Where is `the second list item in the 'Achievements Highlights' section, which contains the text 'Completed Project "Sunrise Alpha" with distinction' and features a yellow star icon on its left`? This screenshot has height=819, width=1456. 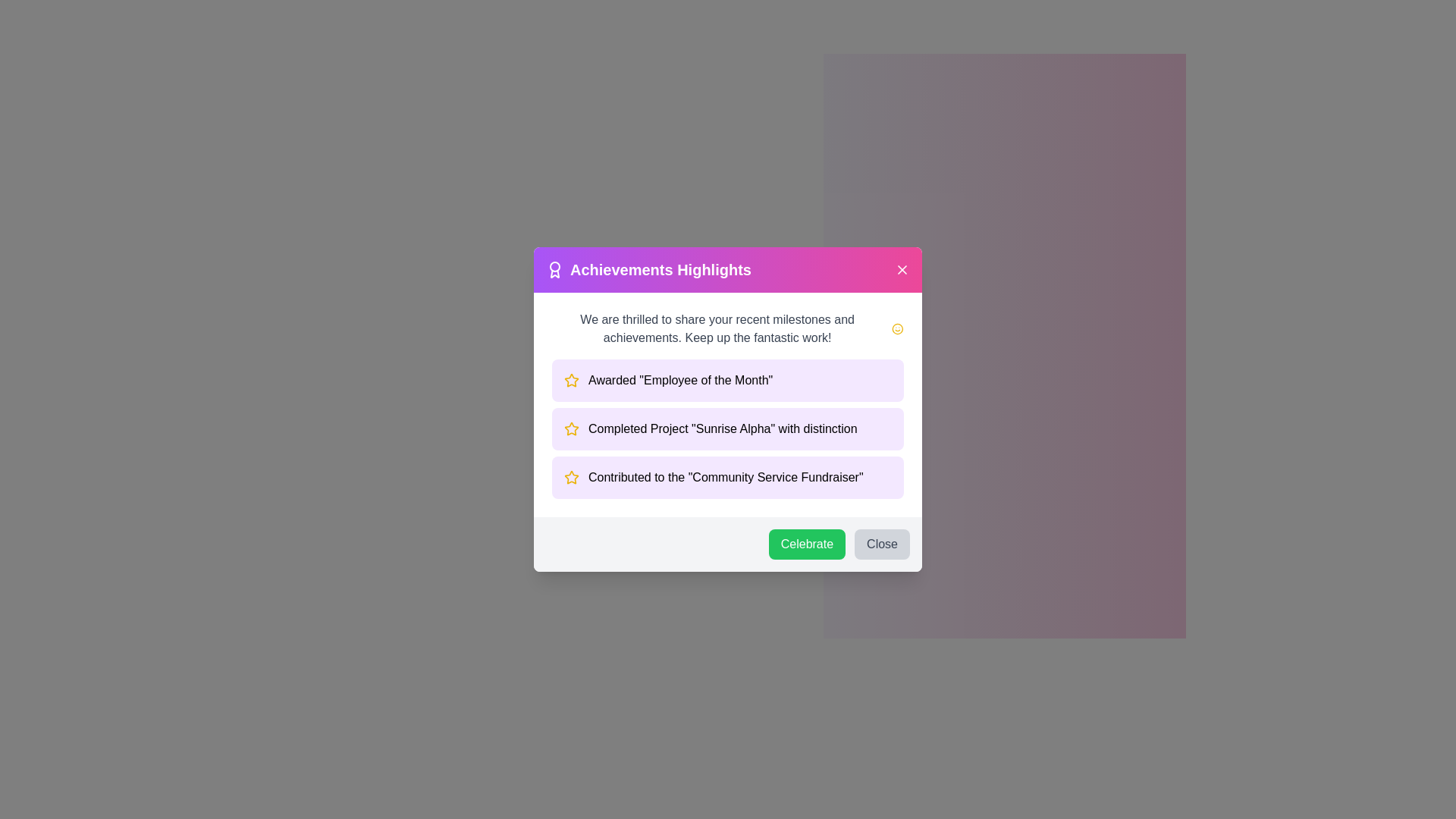 the second list item in the 'Achievements Highlights' section, which contains the text 'Completed Project "Sunrise Alpha" with distinction' and features a yellow star icon on its left is located at coordinates (728, 429).